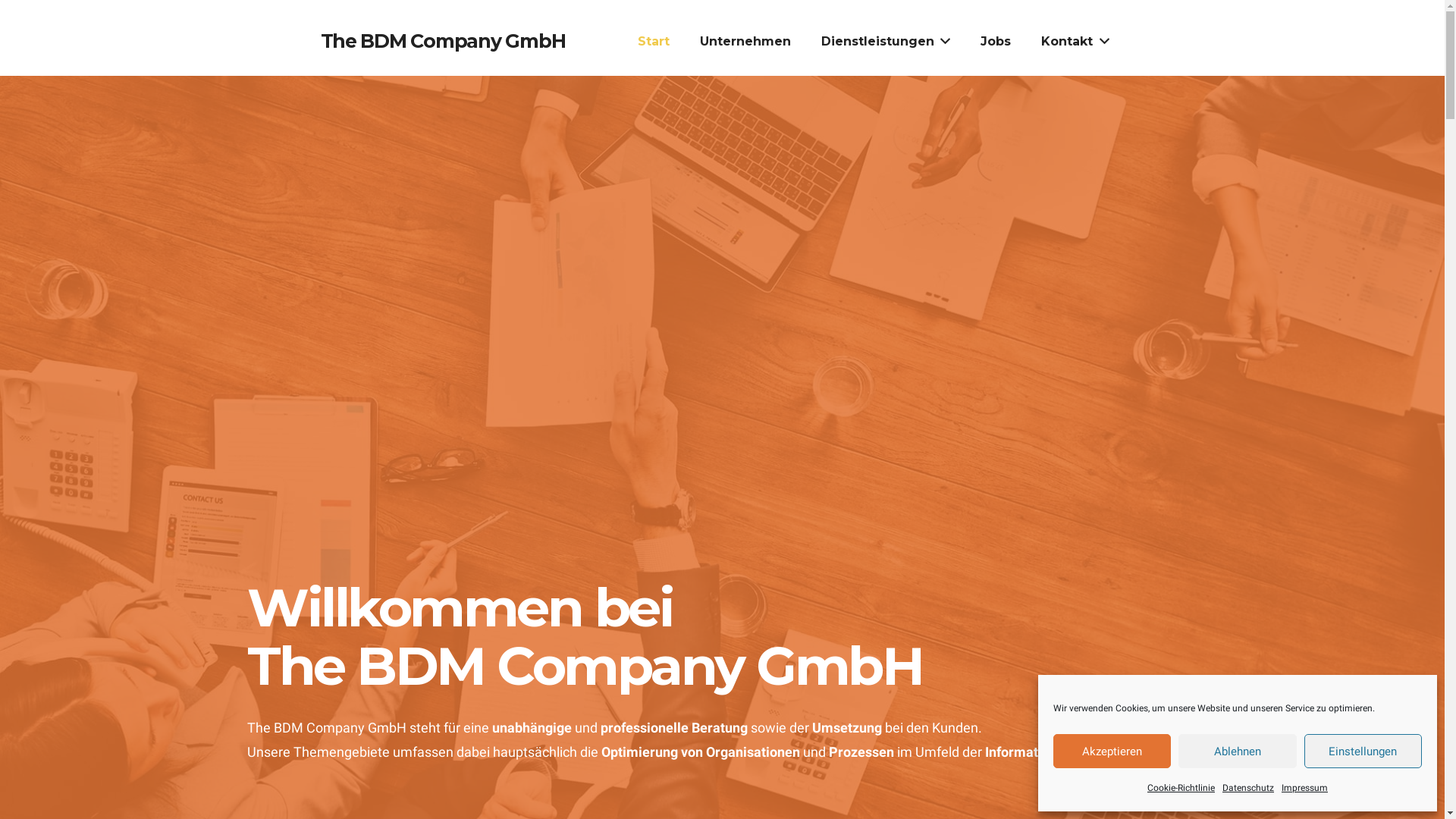 The height and width of the screenshot is (819, 1456). I want to click on 'Jobs', so click(996, 40).